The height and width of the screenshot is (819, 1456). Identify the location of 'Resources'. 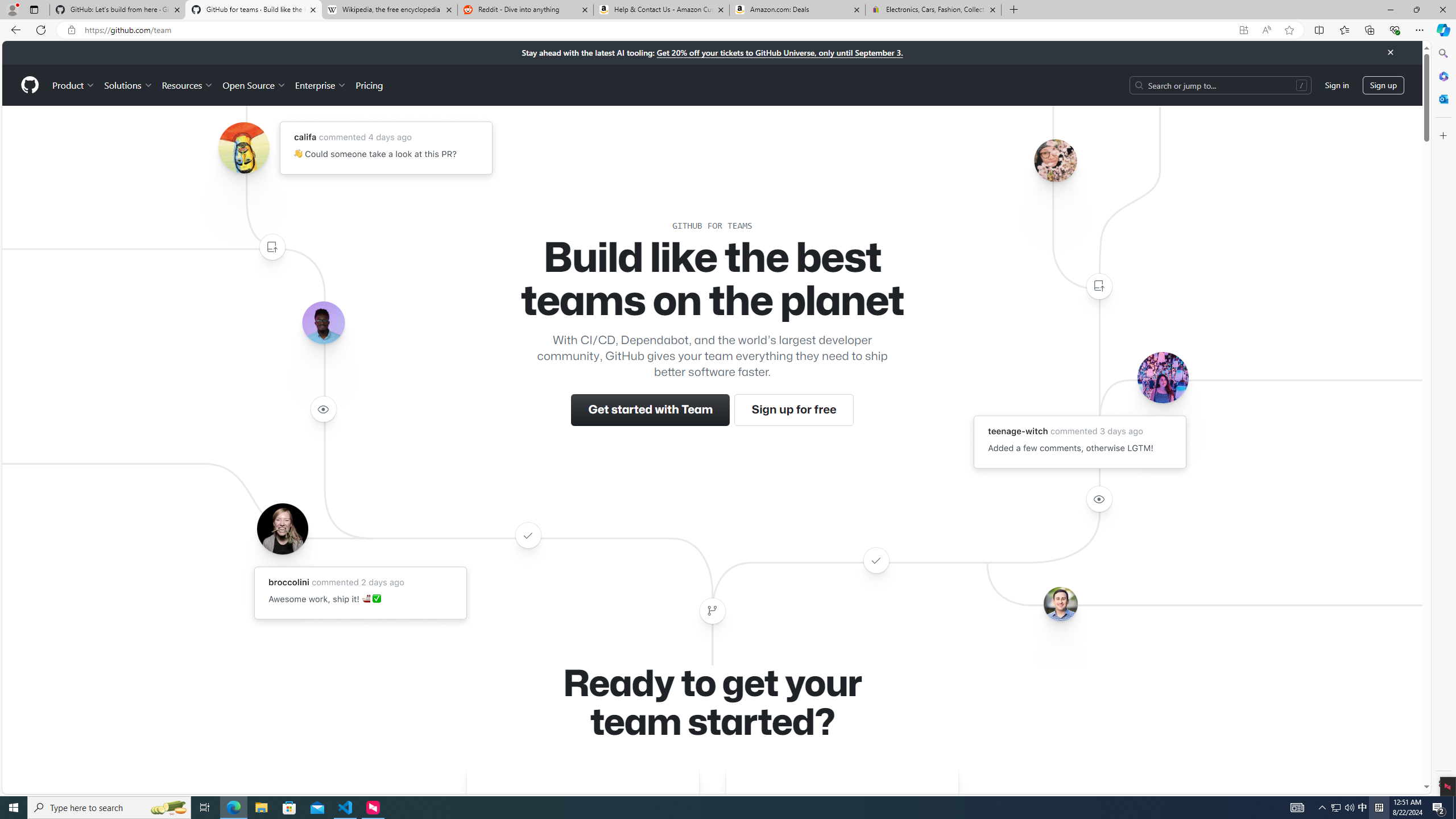
(188, 85).